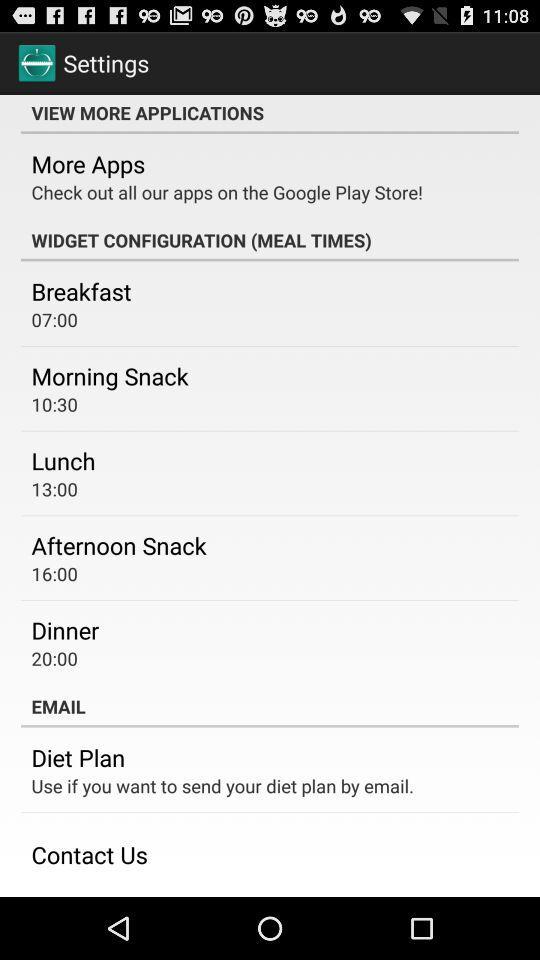  What do you see at coordinates (270, 240) in the screenshot?
I see `the icon above breakfast` at bounding box center [270, 240].